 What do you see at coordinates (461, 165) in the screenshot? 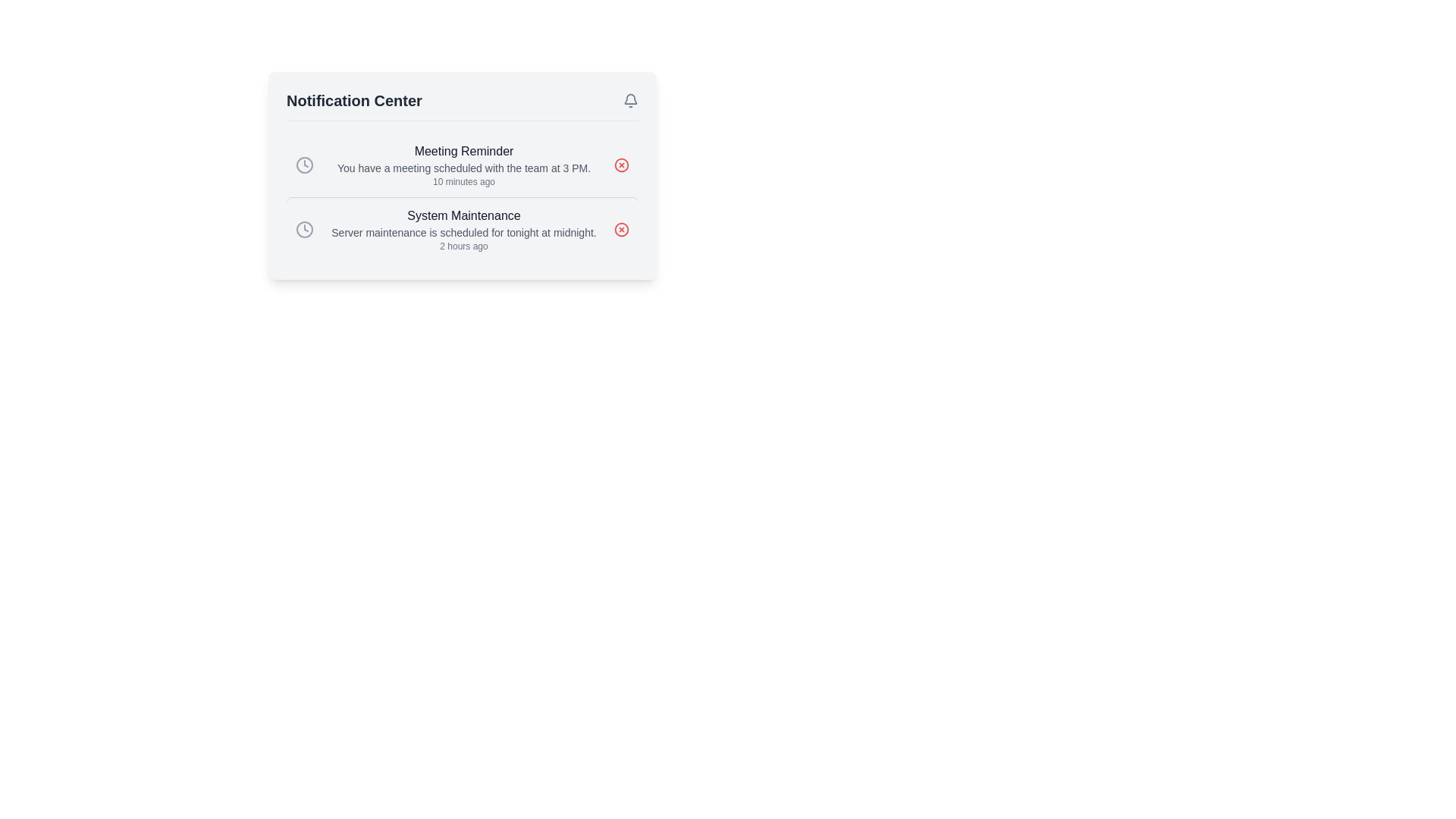
I see `the Notification item titled 'Meeting Reminder' that contains the description 'You have a meeting scheduled with the team at 3 PM.'` at bounding box center [461, 165].